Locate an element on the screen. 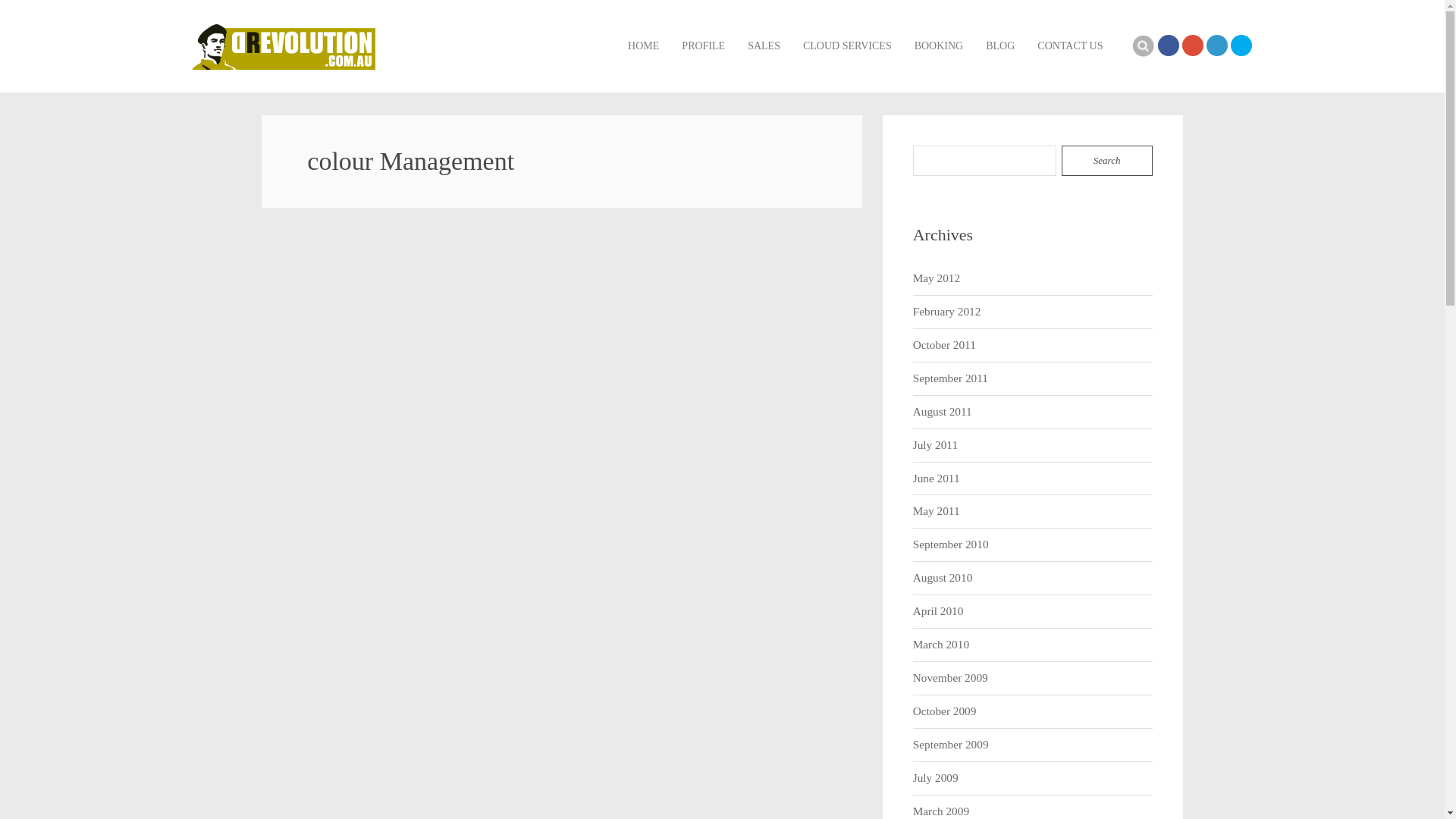 This screenshot has width=1456, height=819. 'September 2010' is located at coordinates (912, 544).